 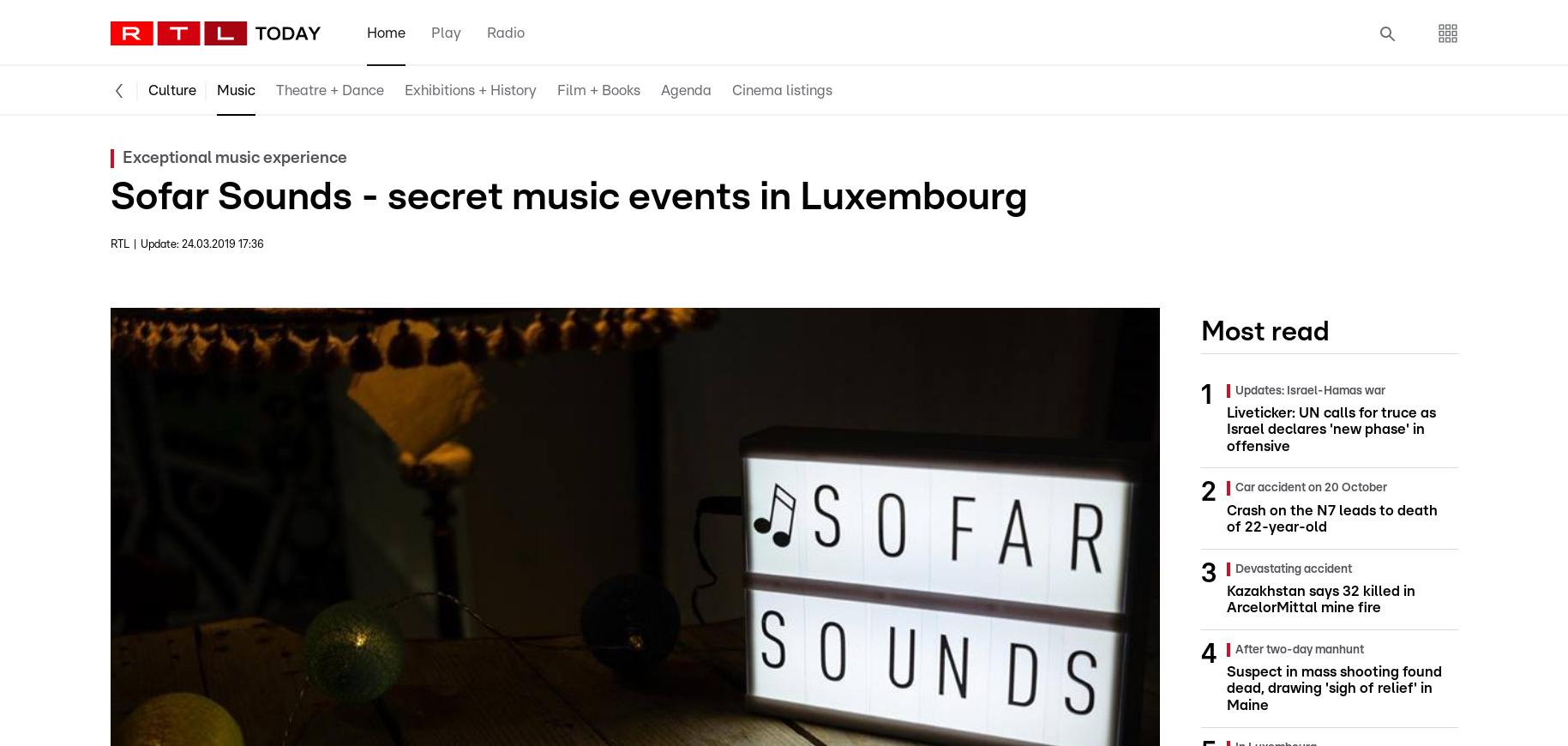 What do you see at coordinates (171, 89) in the screenshot?
I see `'Culture'` at bounding box center [171, 89].